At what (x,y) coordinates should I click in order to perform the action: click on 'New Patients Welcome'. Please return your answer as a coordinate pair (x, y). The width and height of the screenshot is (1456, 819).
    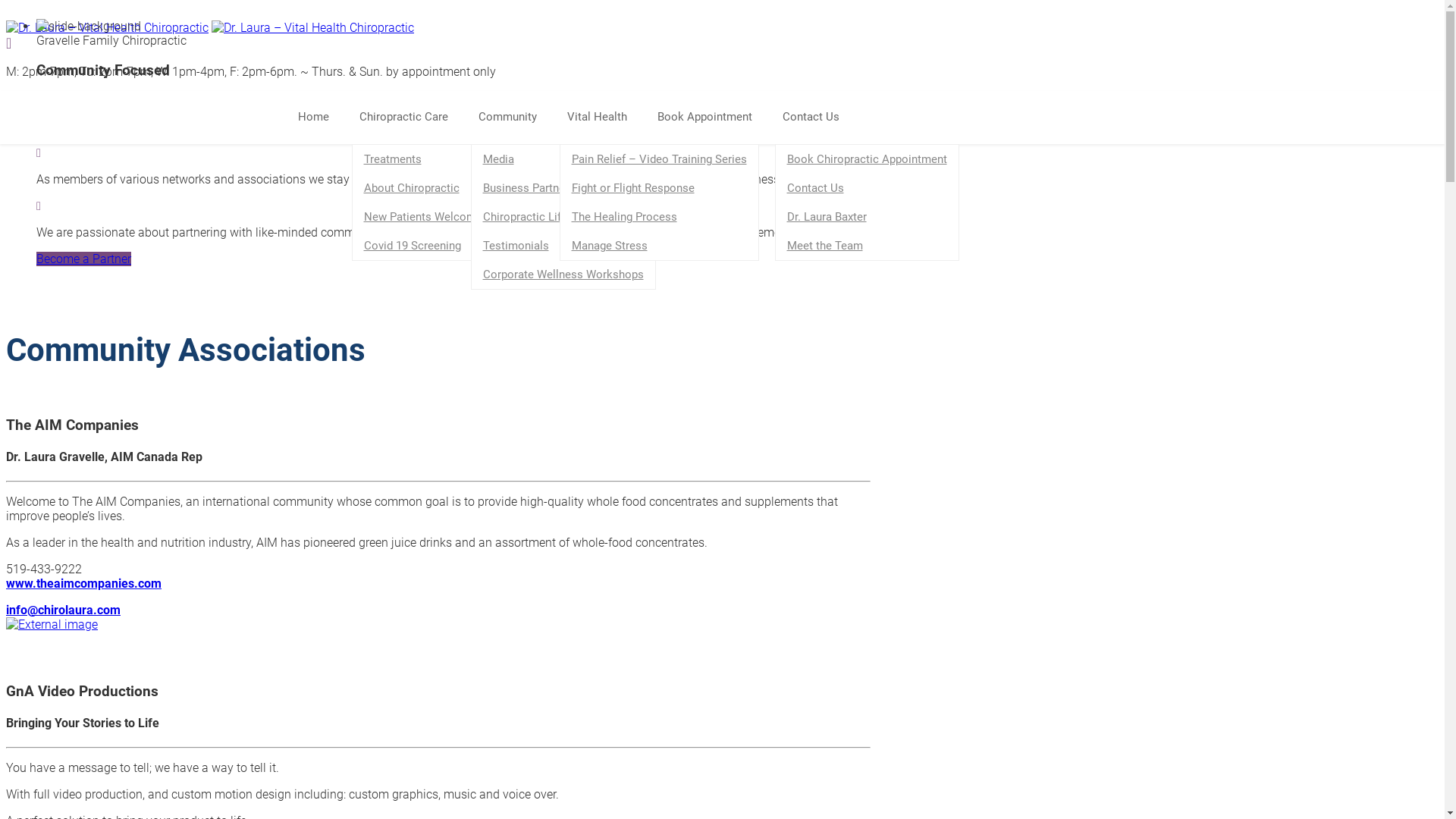
    Looking at the image, I should click on (422, 216).